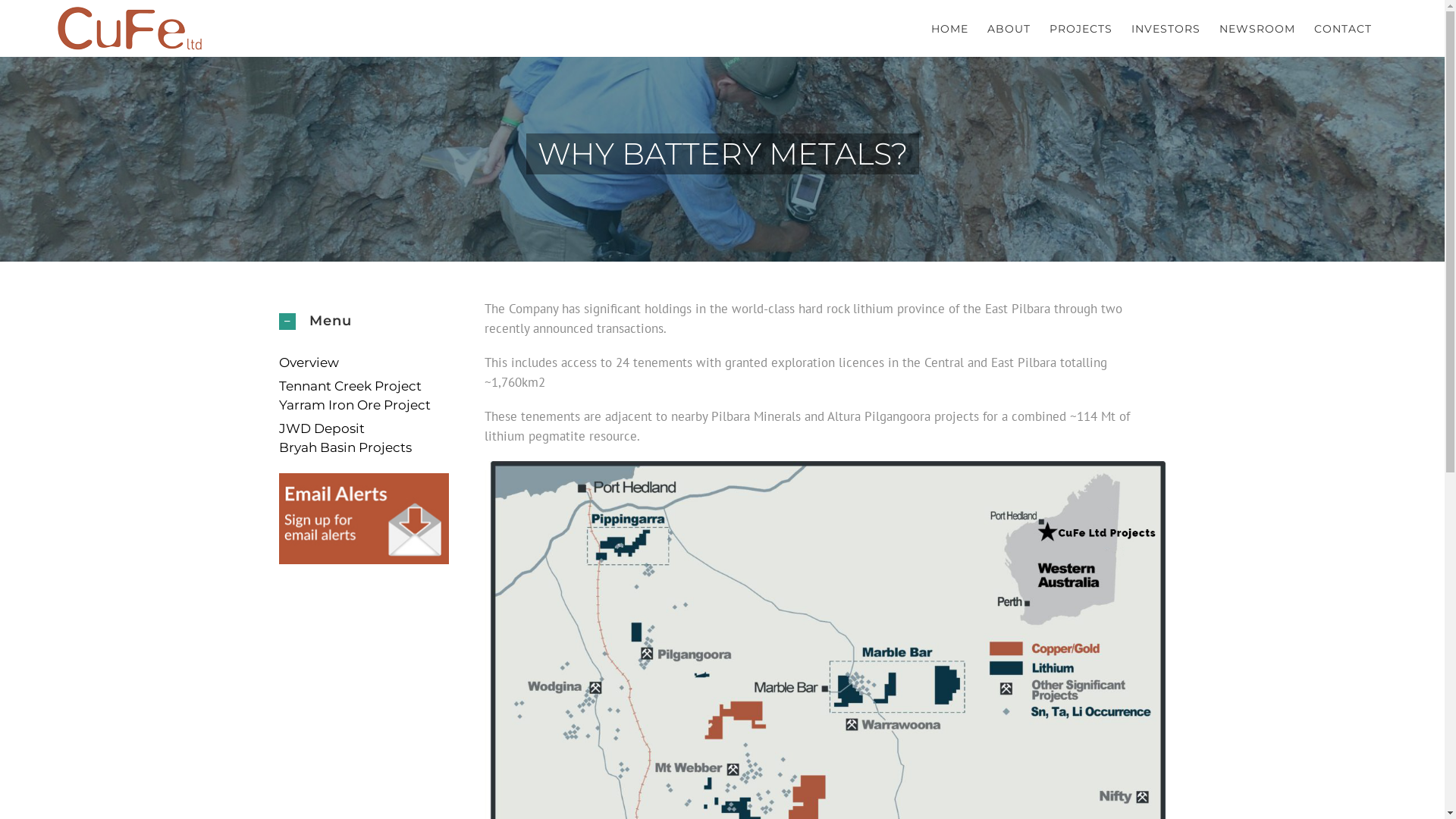 The width and height of the screenshot is (1456, 819). What do you see at coordinates (1080, 28) in the screenshot?
I see `'PROJECTS'` at bounding box center [1080, 28].